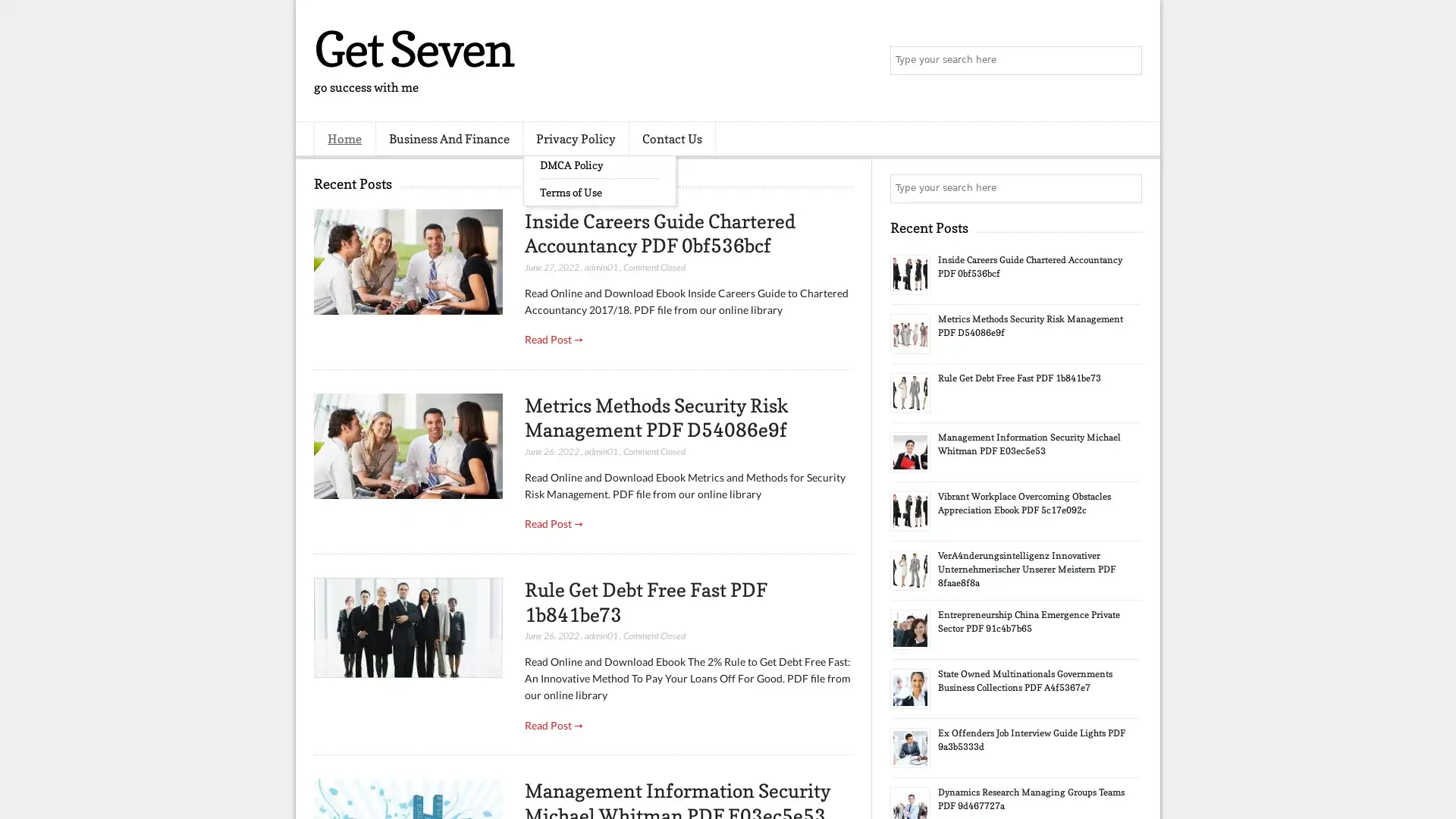 This screenshot has height=819, width=1456. What do you see at coordinates (1126, 188) in the screenshot?
I see `Search` at bounding box center [1126, 188].